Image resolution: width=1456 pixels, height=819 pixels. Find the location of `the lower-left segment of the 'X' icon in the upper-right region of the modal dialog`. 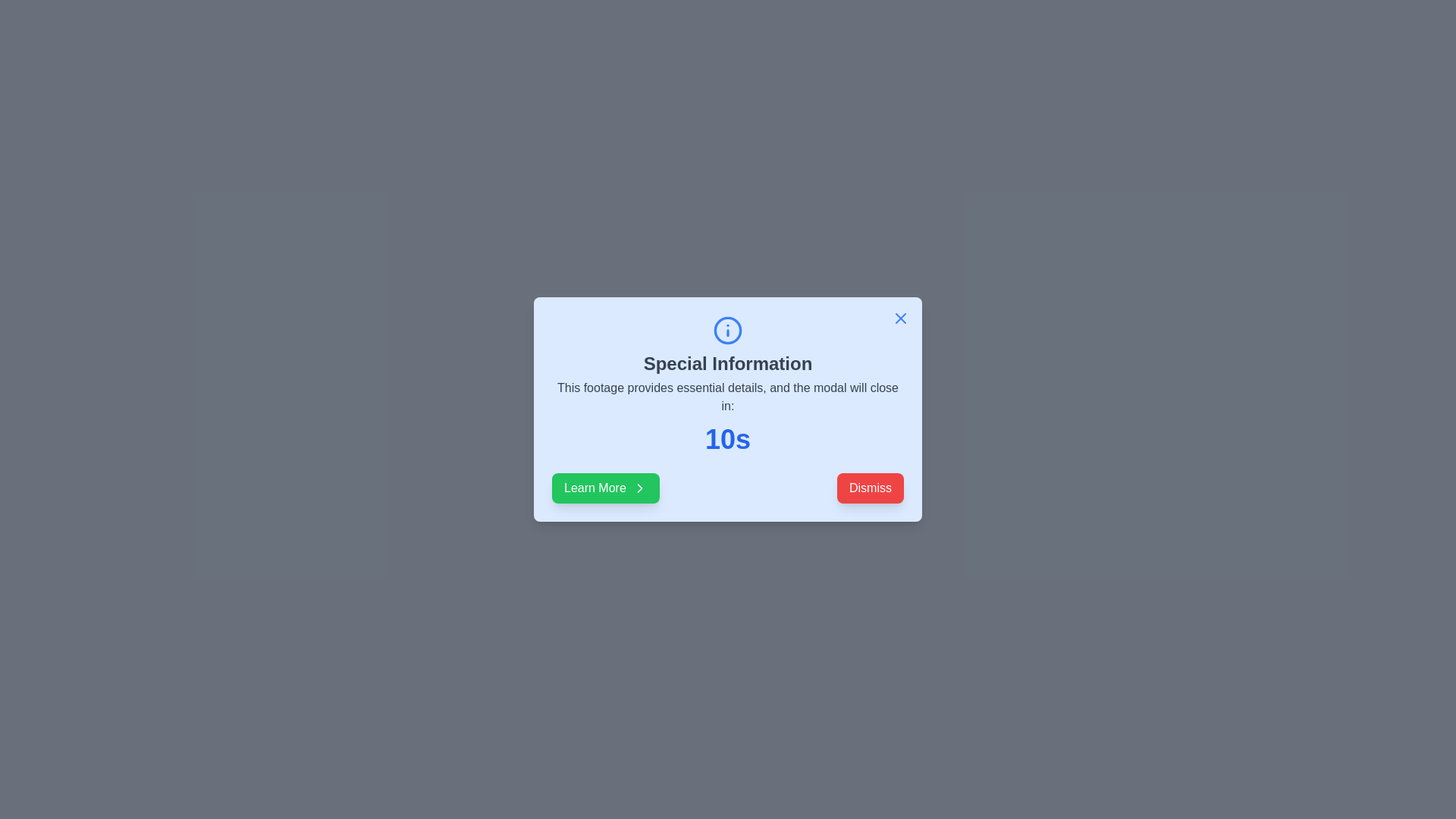

the lower-left segment of the 'X' icon in the upper-right region of the modal dialog is located at coordinates (901, 318).